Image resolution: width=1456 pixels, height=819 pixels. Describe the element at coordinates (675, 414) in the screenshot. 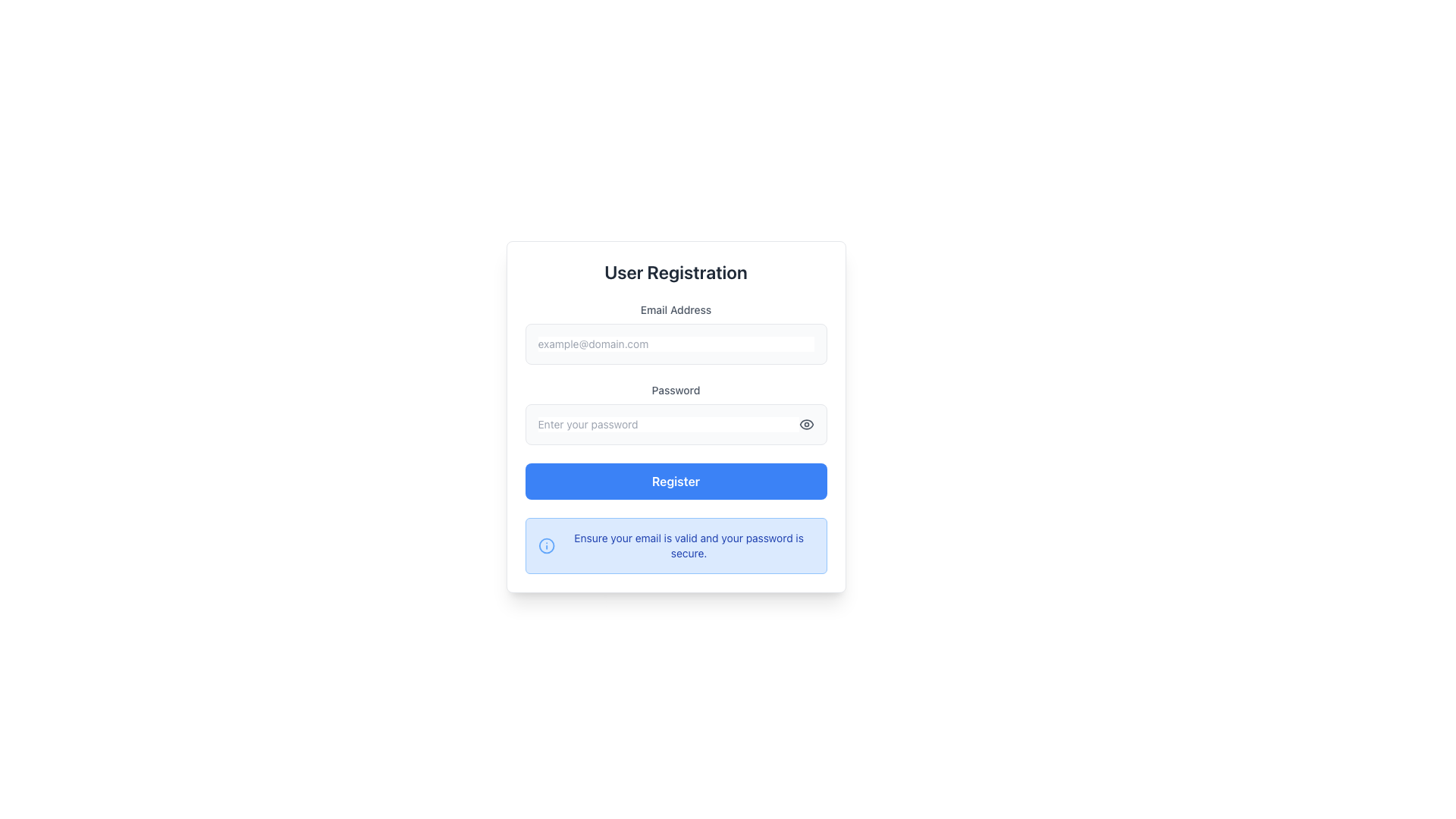

I see `the Password Input Field located in the user registration form` at that location.